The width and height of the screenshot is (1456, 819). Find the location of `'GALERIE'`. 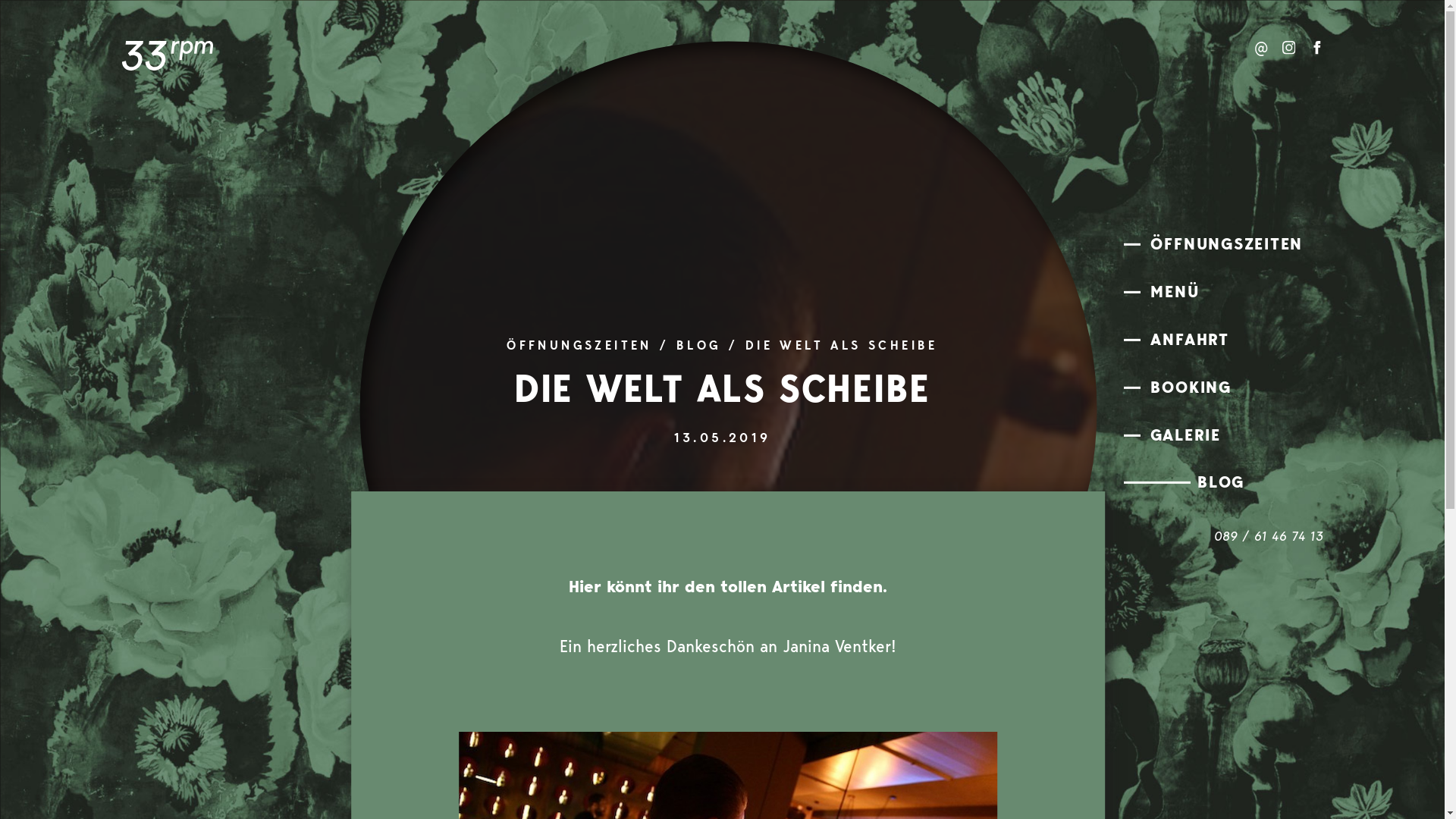

'GALERIE' is located at coordinates (1226, 435).